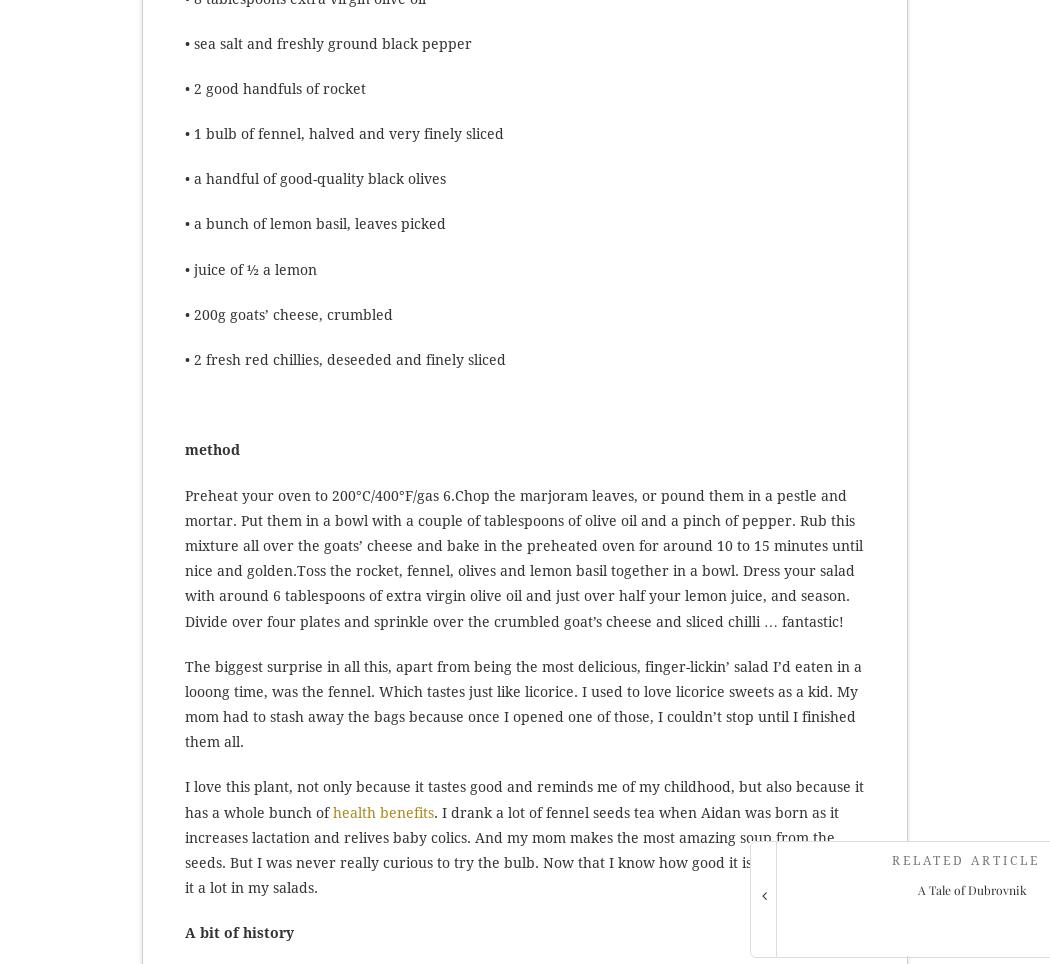 The height and width of the screenshot is (964, 1050). What do you see at coordinates (343, 133) in the screenshot?
I see `'• 1 bulb of fennel, halved and very finely sliced'` at bounding box center [343, 133].